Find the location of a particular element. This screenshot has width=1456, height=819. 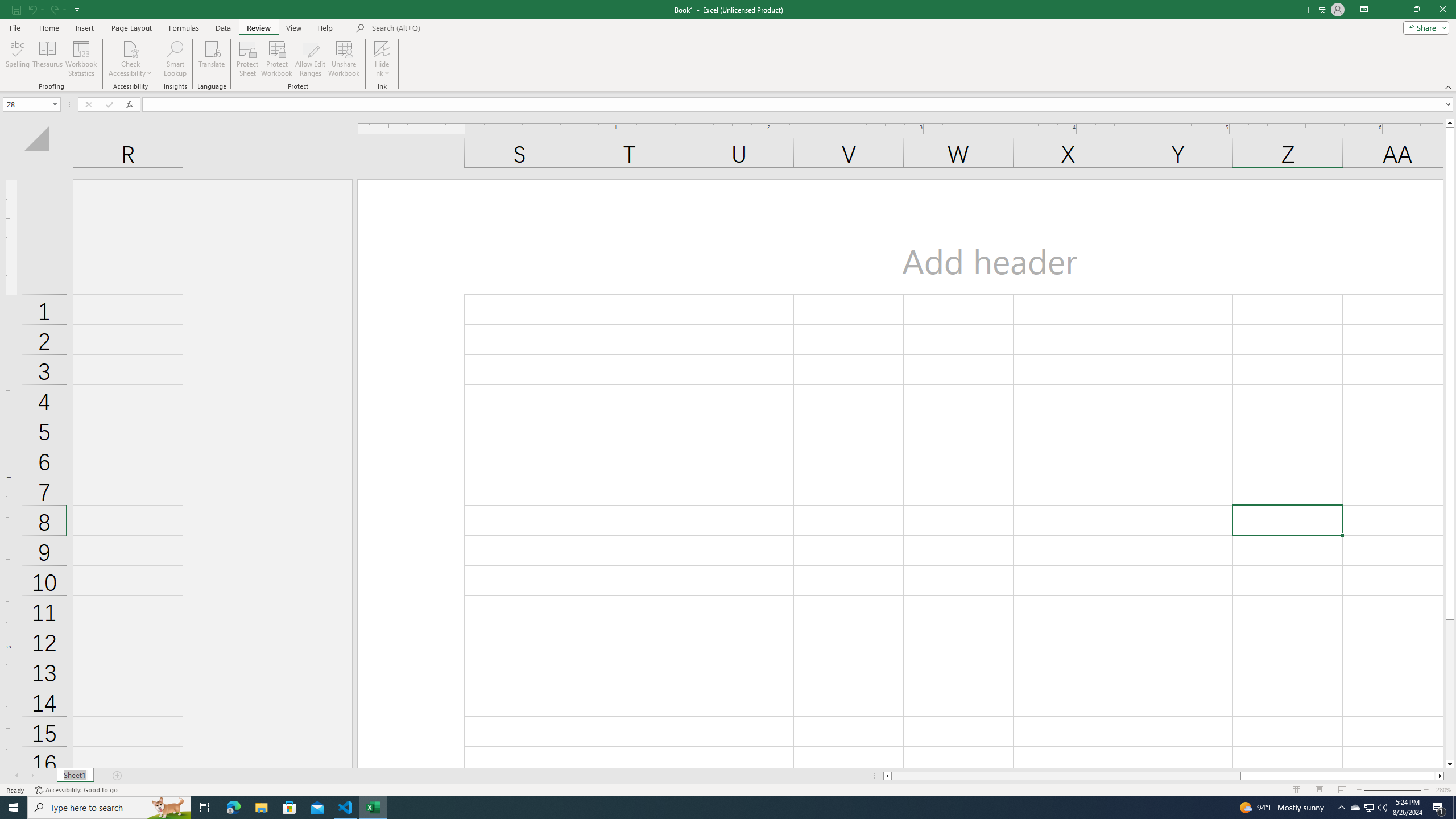

'Allow Edit Ranges' is located at coordinates (311, 59).